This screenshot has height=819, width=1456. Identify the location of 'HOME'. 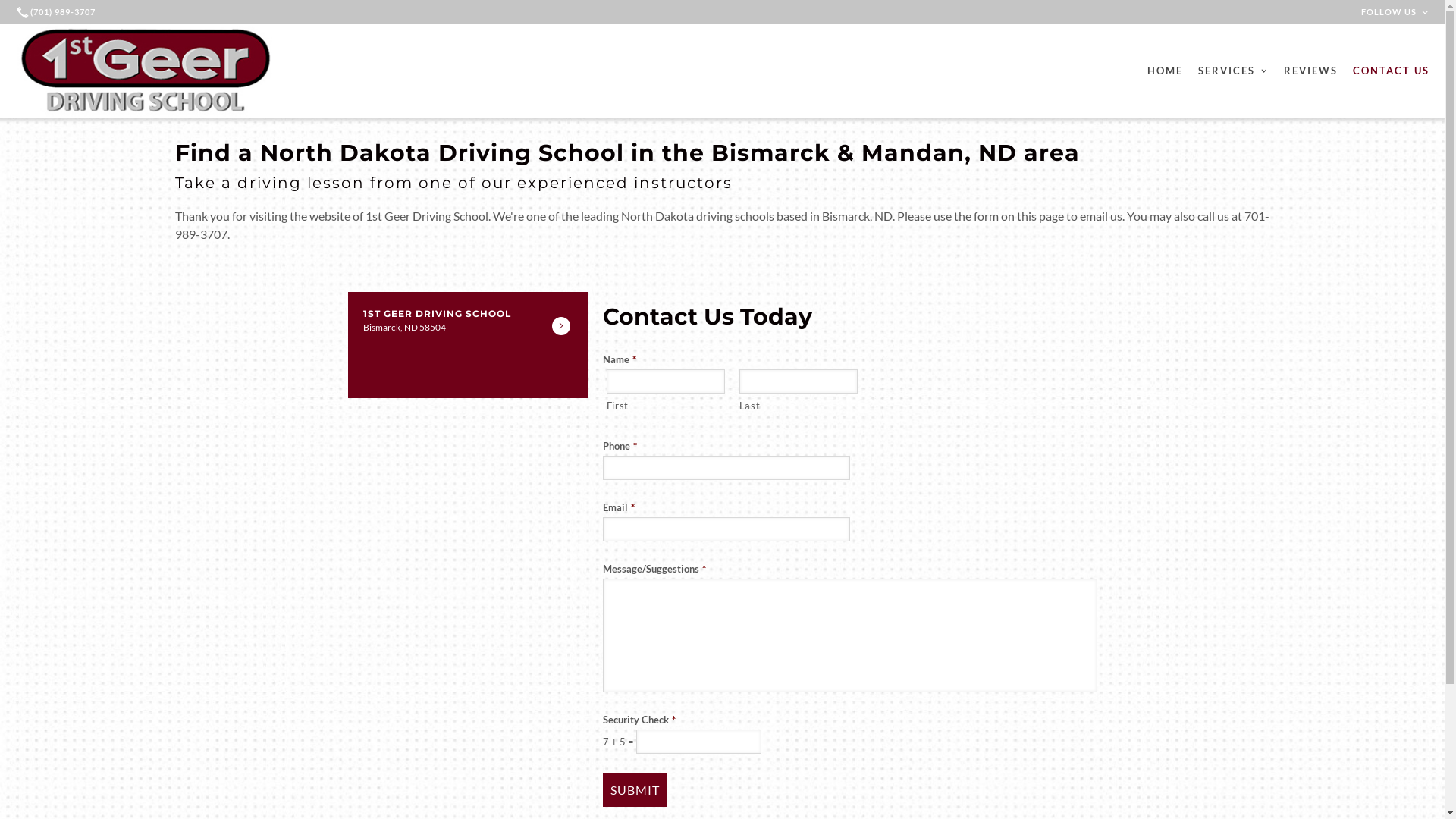
(1164, 70).